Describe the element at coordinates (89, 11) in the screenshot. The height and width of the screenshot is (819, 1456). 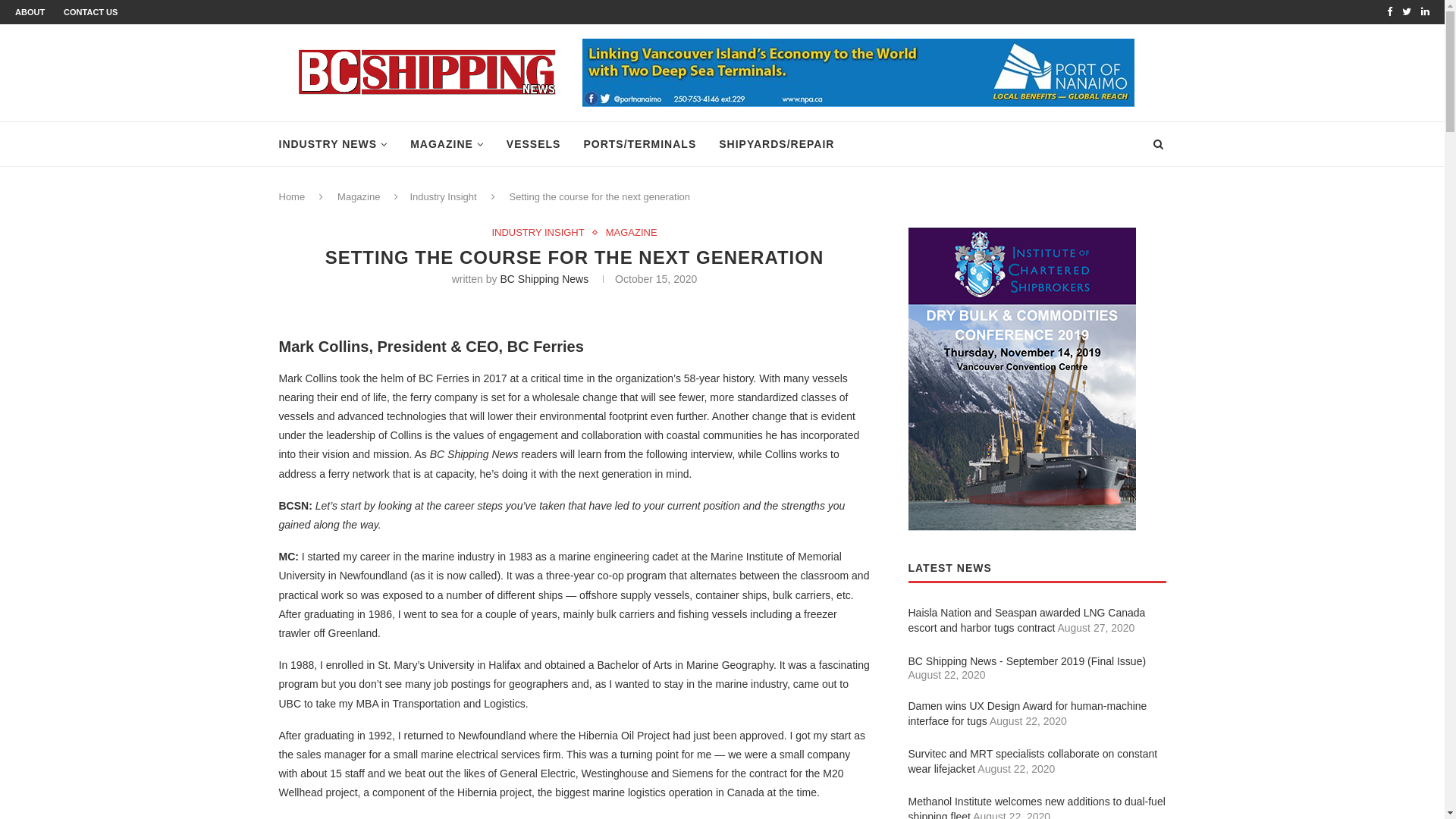
I see `'CONTACT US'` at that location.